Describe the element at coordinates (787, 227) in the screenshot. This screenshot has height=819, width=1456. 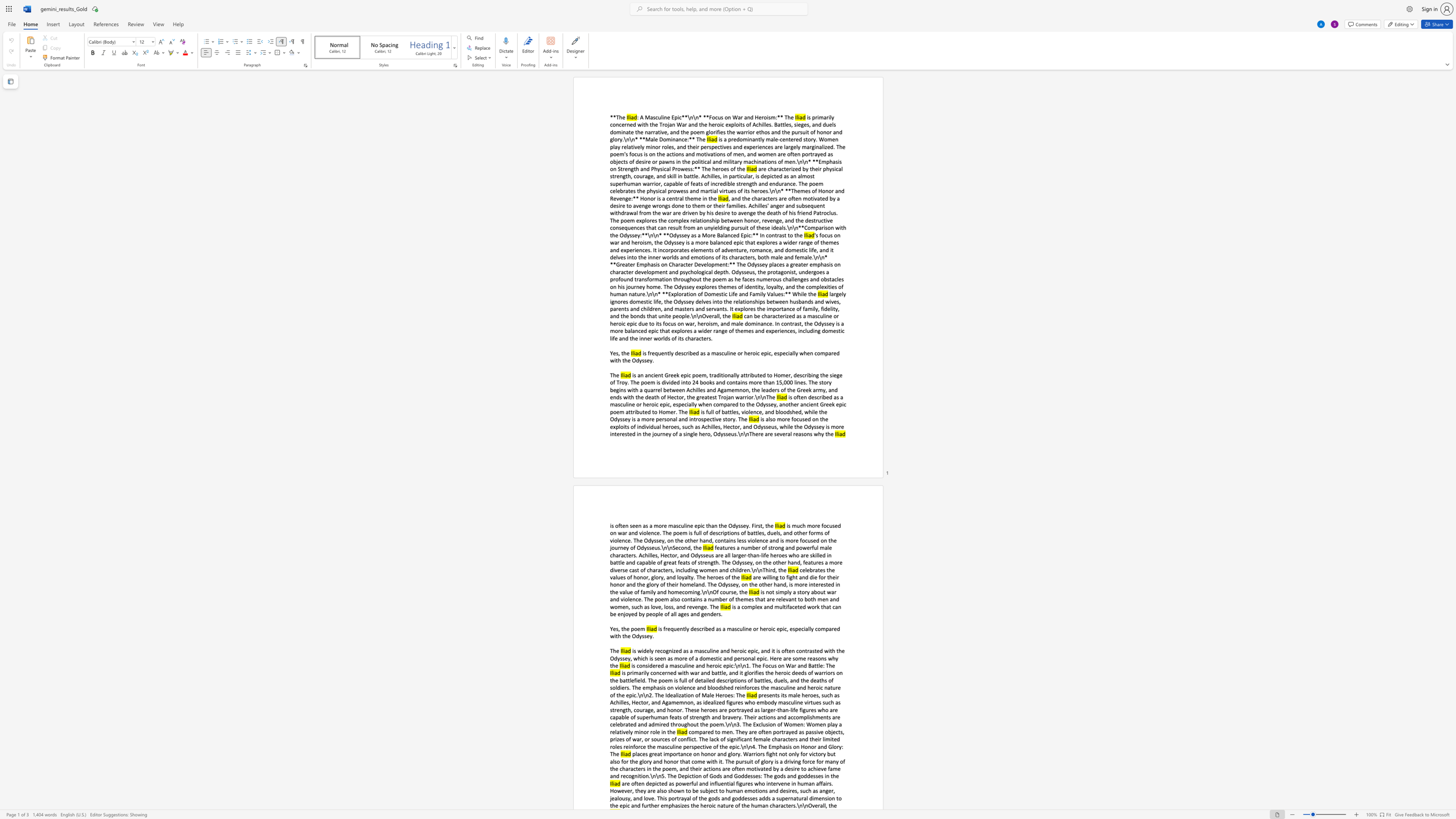
I see `the subset text "\n\n" within the text ", and the characters are often motivated by a desire to avenge wrongs done to them or their families. Achilles"` at that location.